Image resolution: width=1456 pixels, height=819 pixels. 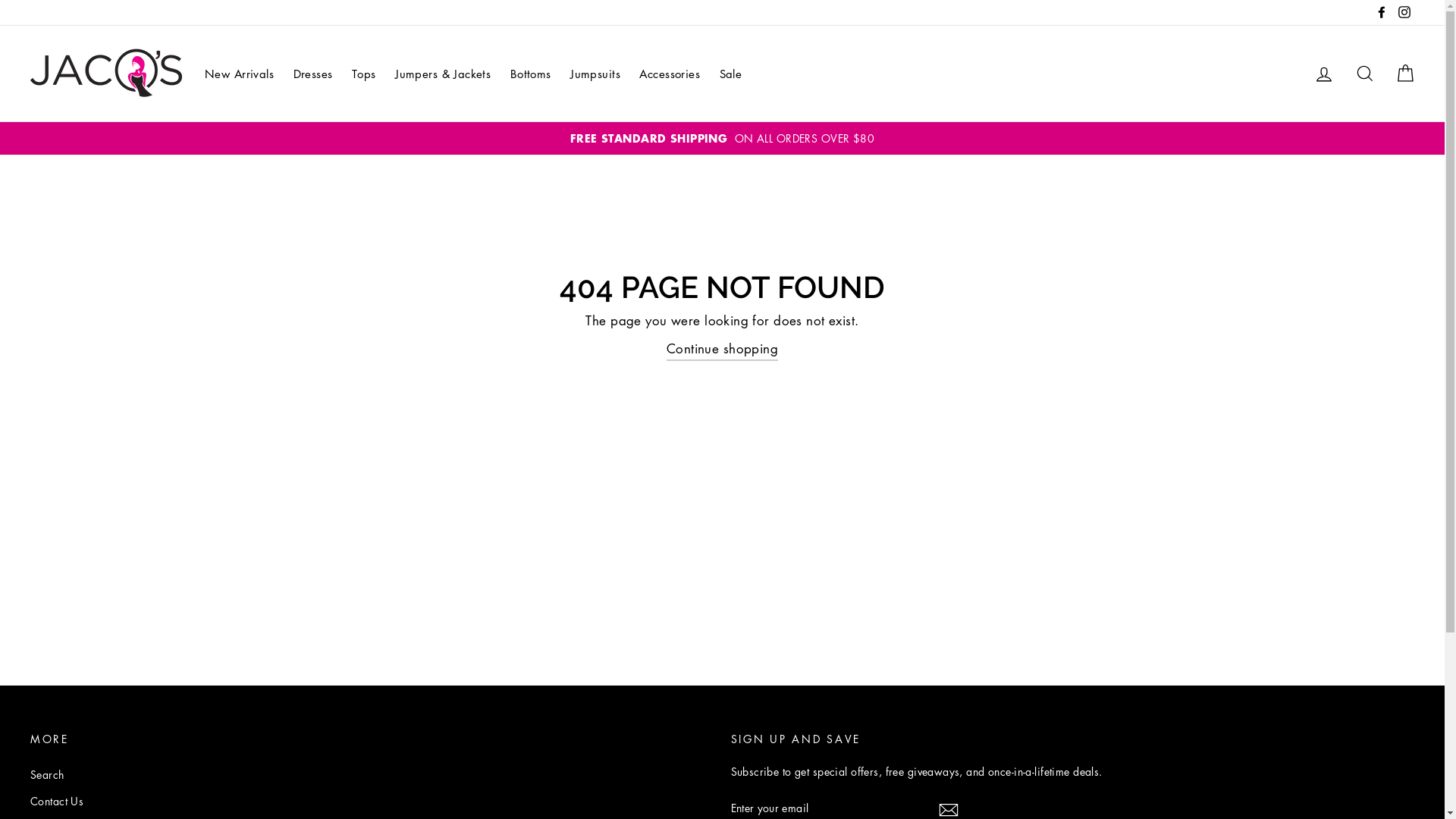 I want to click on 'Jumpsuits', so click(x=562, y=74).